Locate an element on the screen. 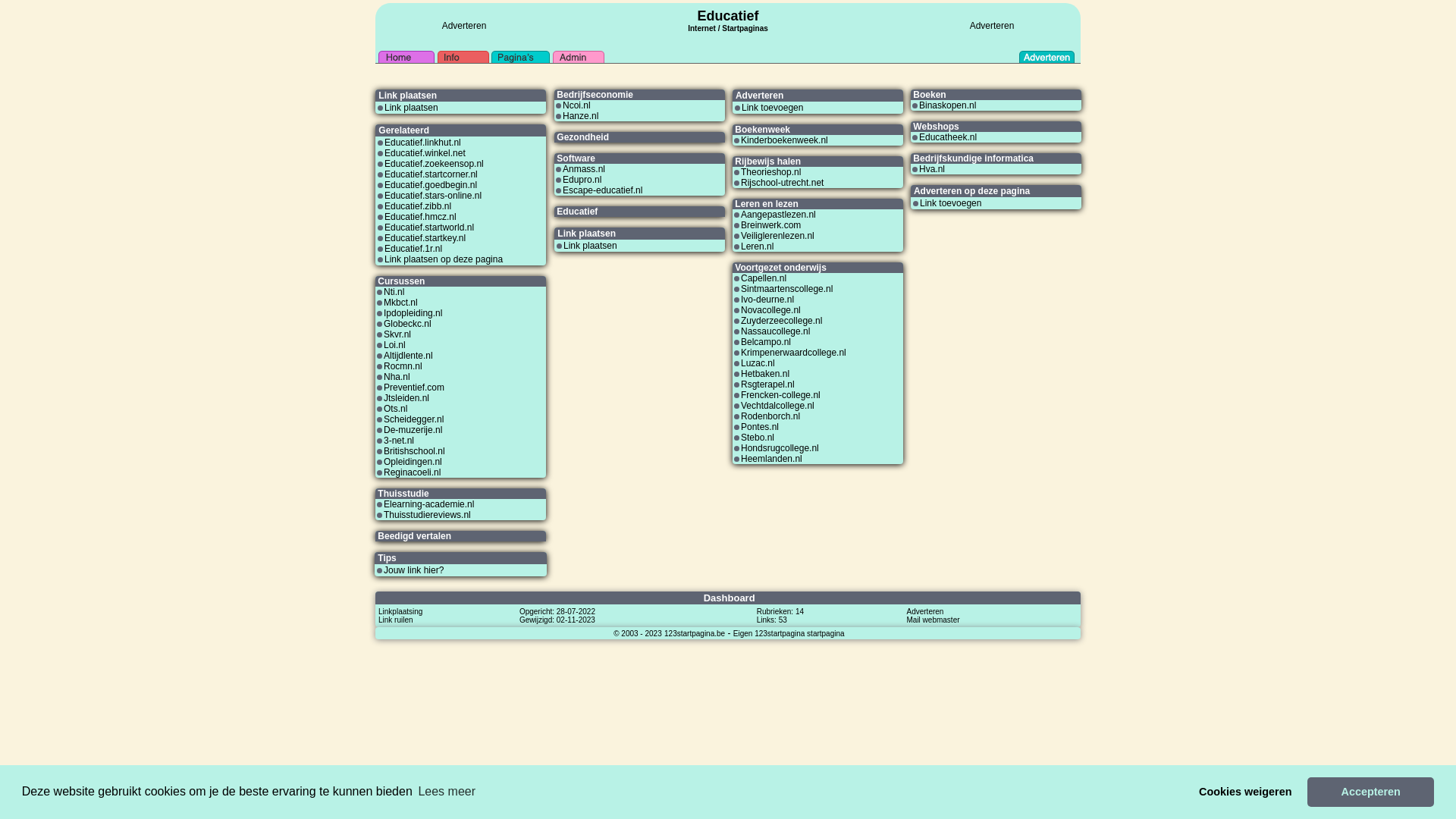 Image resolution: width=1456 pixels, height=819 pixels. 'Educatief.zoekeensop.nl' is located at coordinates (433, 164).